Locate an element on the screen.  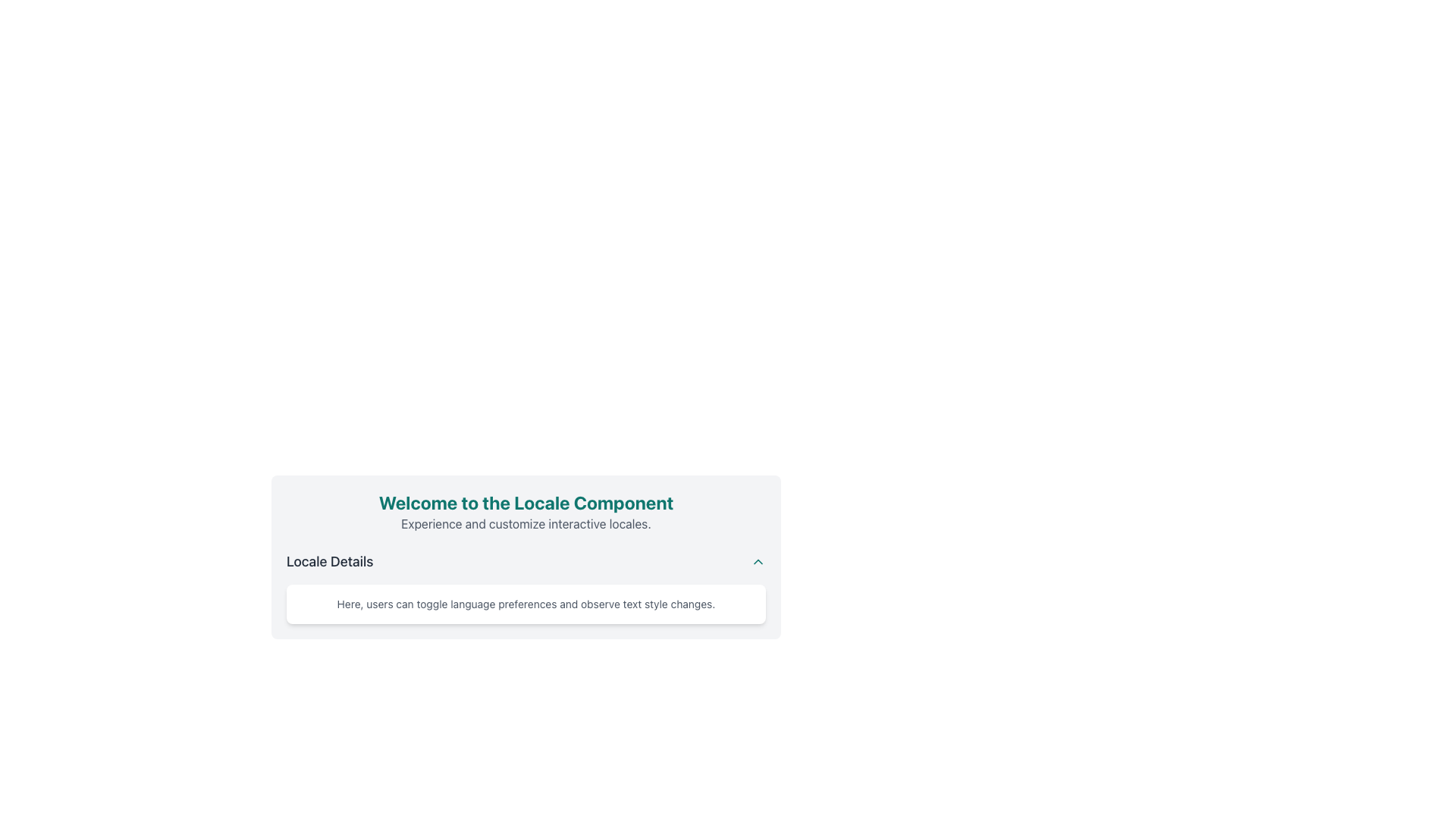
the button located in the top-right corner of the 'Locale Details' section to get more information is located at coordinates (758, 561).